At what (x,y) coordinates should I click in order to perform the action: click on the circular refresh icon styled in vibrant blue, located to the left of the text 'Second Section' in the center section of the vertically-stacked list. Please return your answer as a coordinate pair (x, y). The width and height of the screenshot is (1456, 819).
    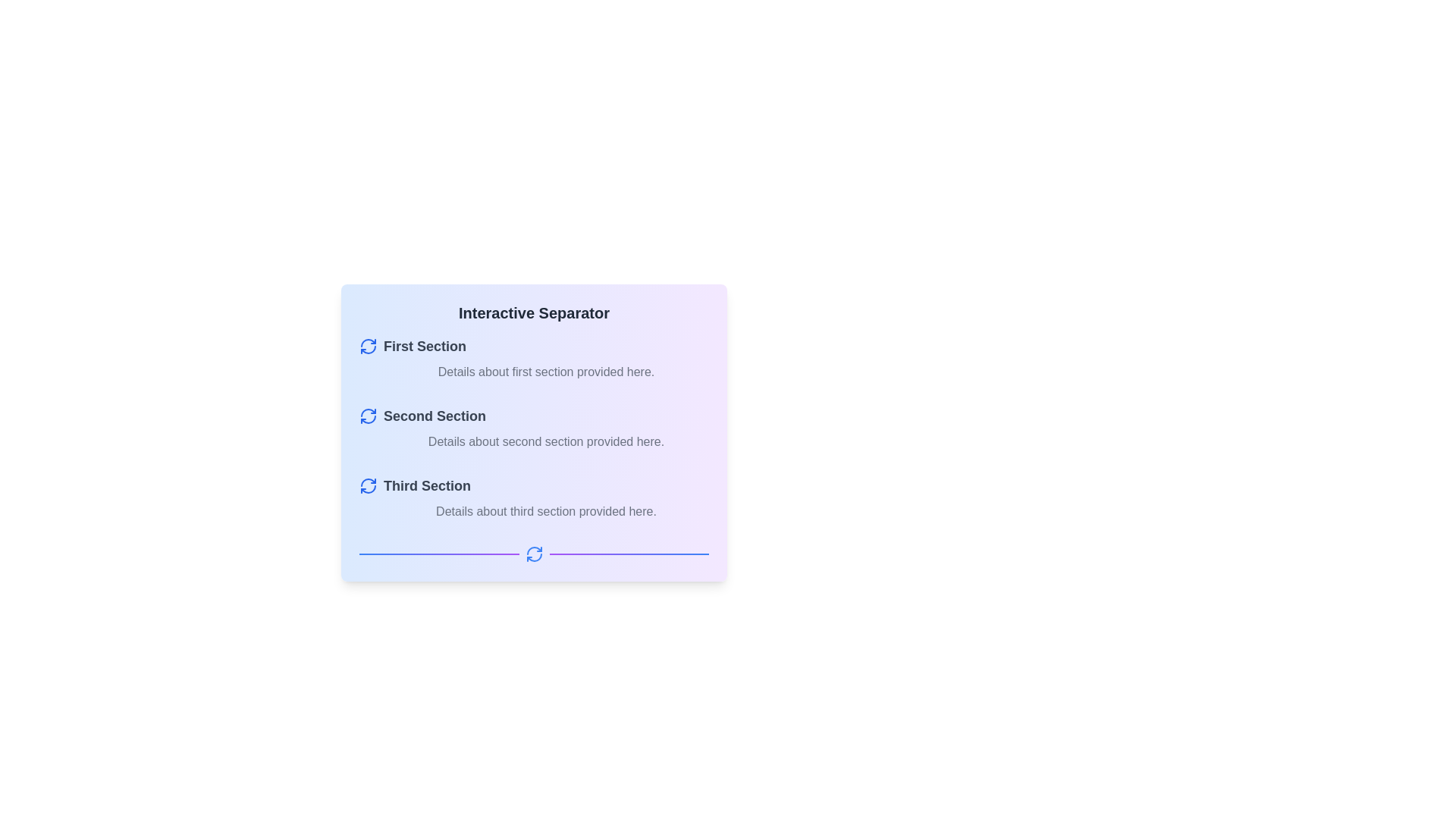
    Looking at the image, I should click on (368, 416).